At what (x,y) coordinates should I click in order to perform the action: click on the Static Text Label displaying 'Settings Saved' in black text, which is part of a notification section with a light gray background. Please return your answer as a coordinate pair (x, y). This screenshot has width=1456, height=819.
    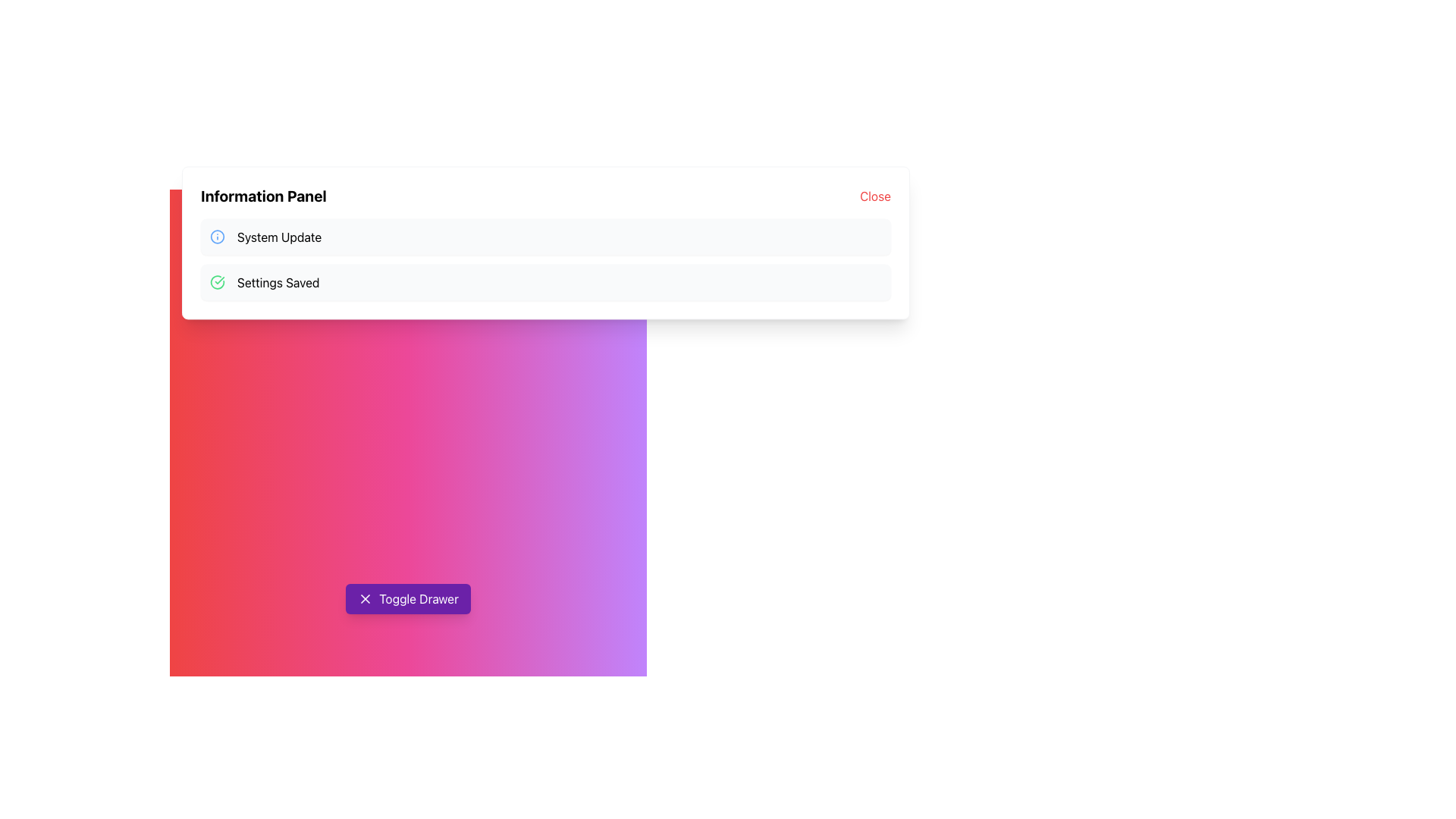
    Looking at the image, I should click on (278, 282).